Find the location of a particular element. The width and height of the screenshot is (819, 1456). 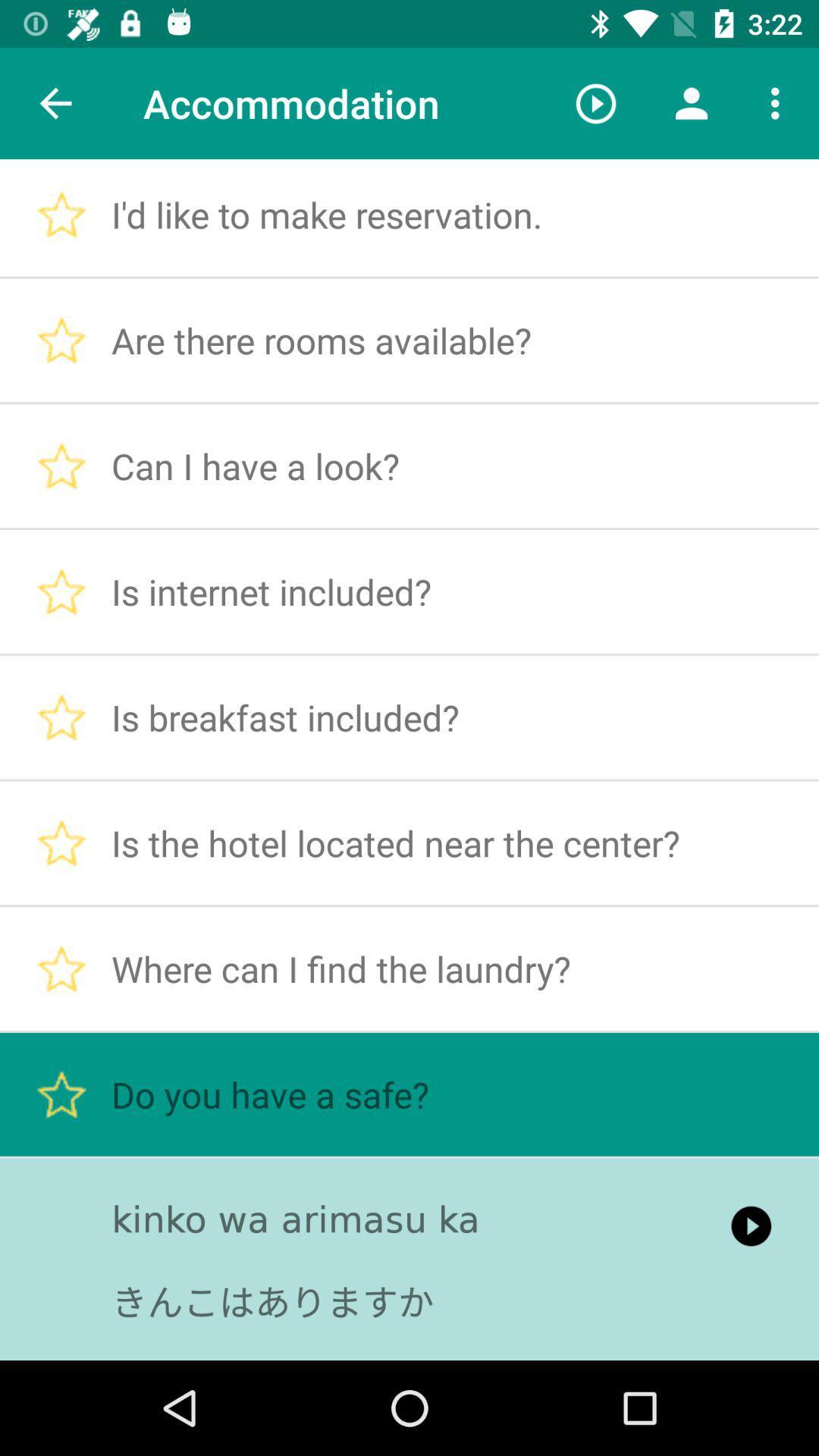

item next to the accommodation item is located at coordinates (55, 102).